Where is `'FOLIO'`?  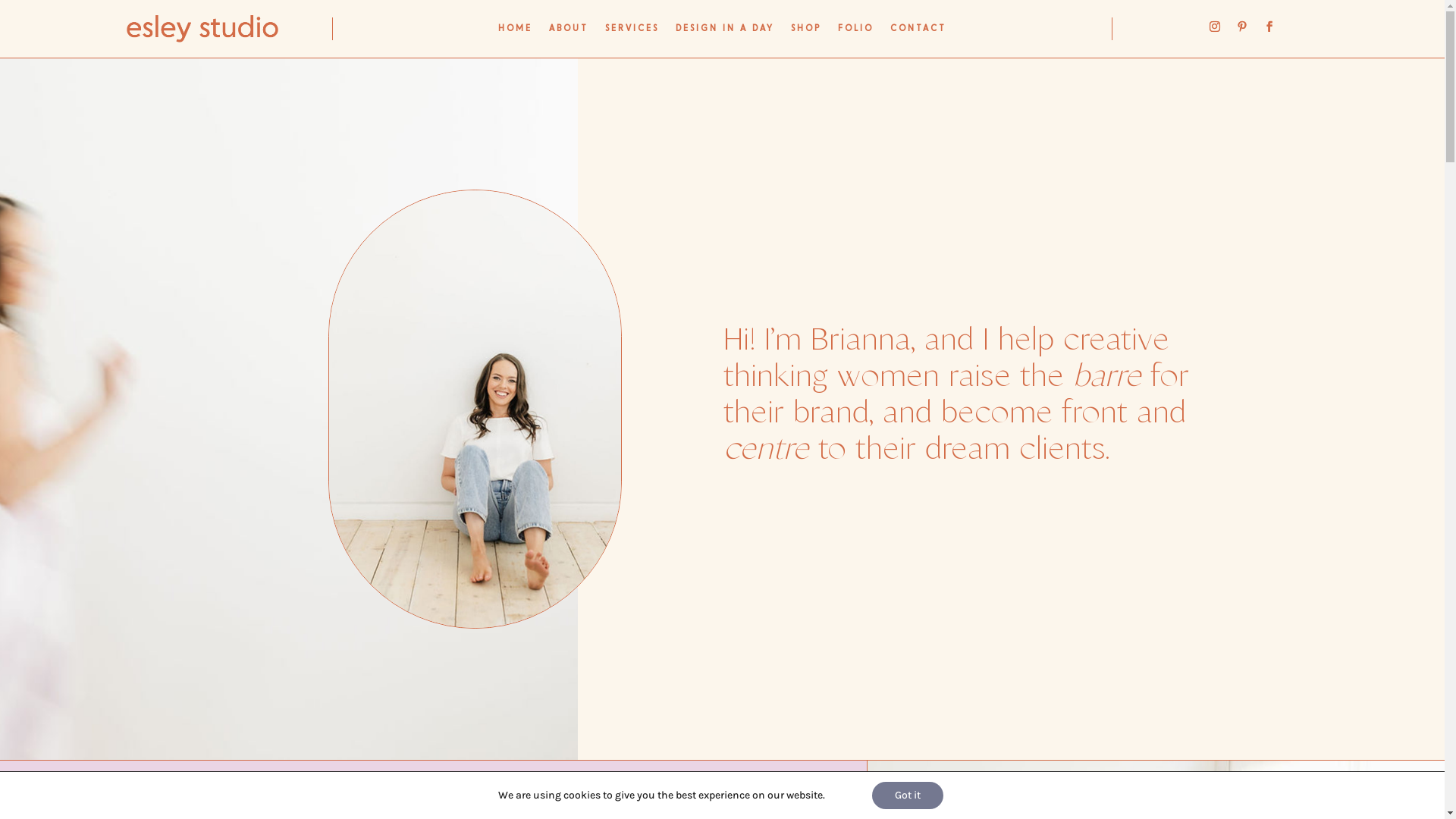
'FOLIO' is located at coordinates (855, 32).